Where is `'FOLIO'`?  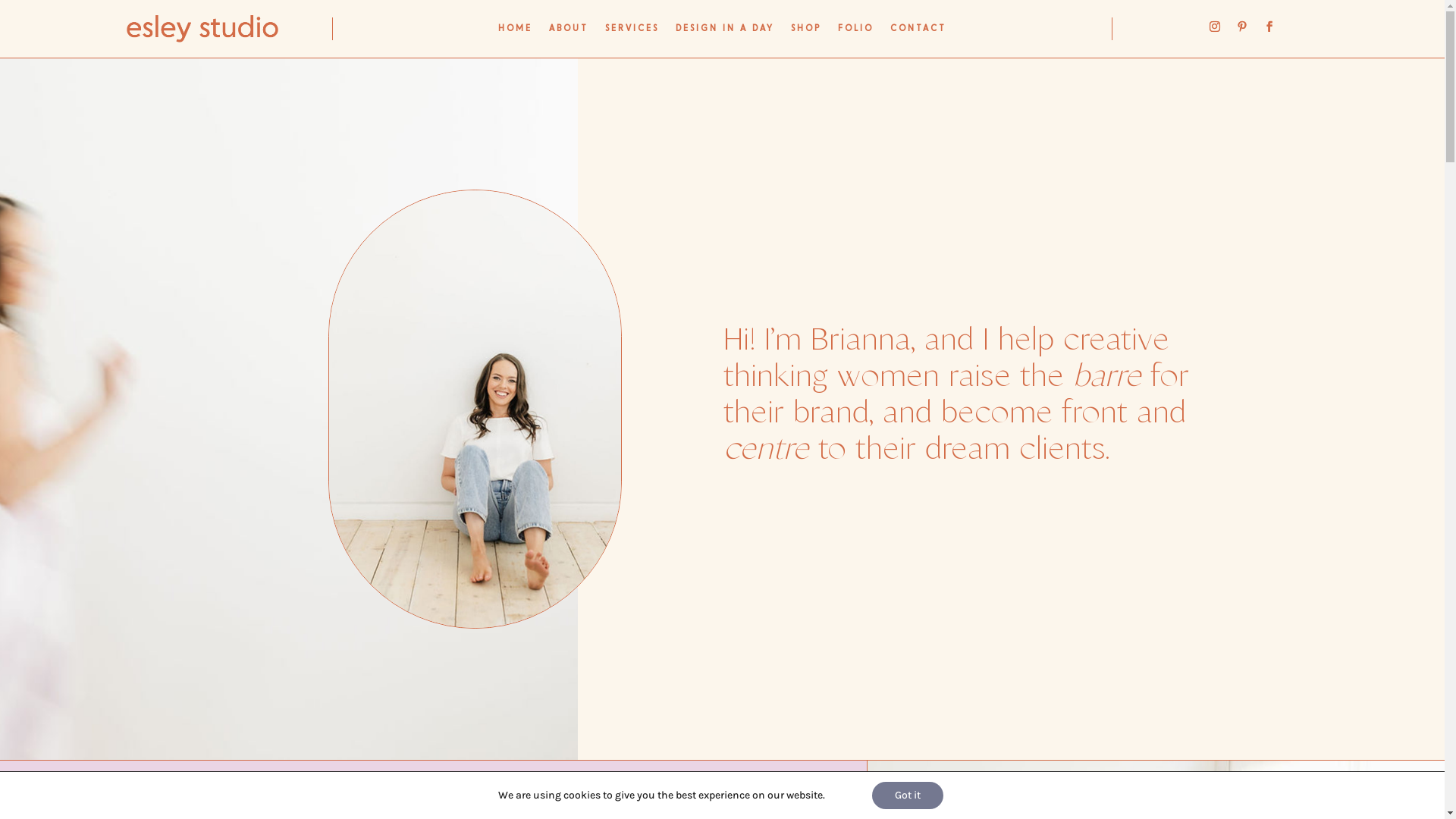
'FOLIO' is located at coordinates (855, 32).